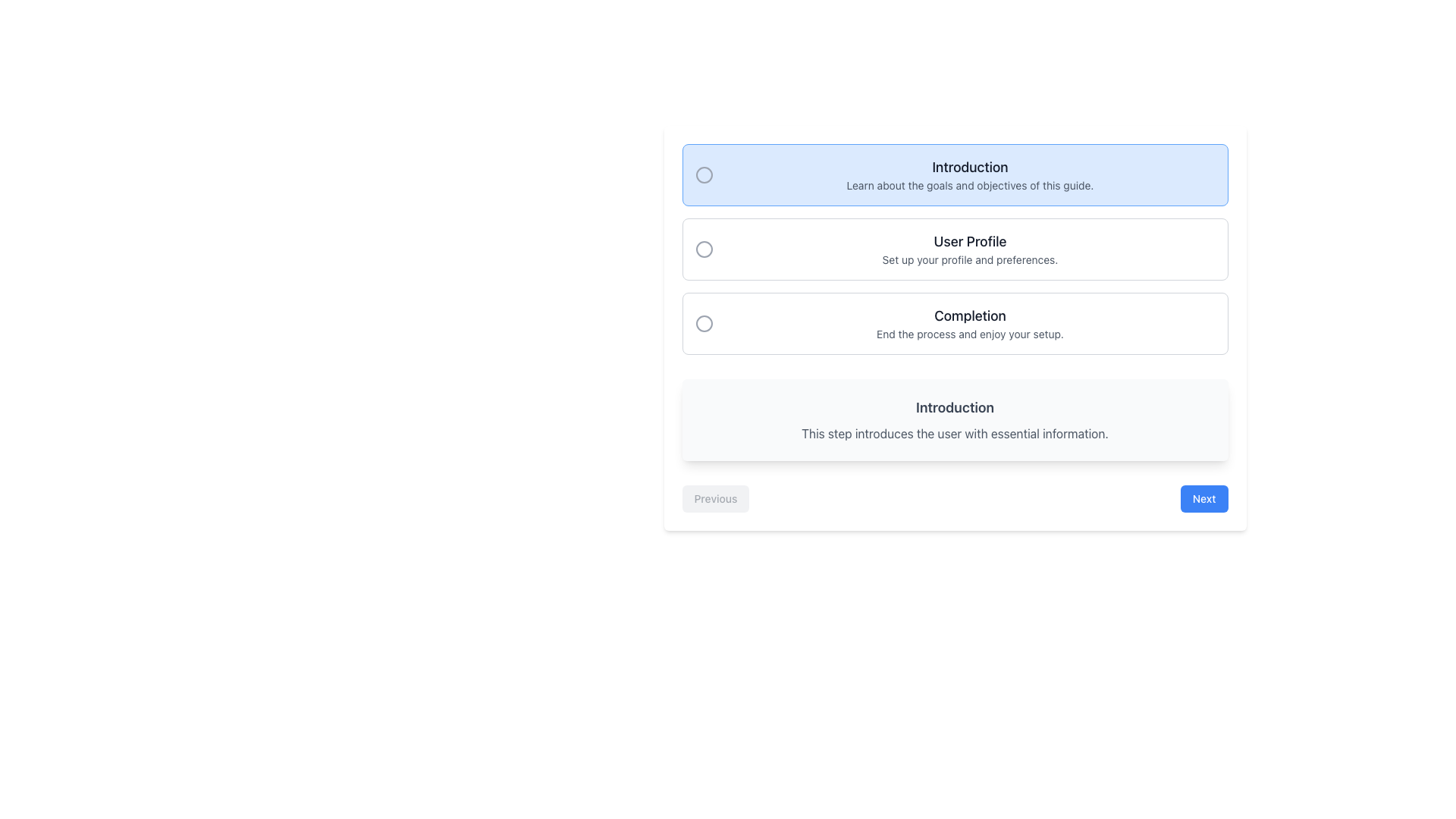 The height and width of the screenshot is (819, 1456). Describe the element at coordinates (969, 323) in the screenshot. I see `the static text label displaying 'Completion', which is the third row element in the vertically-stacked selection menu, positioned between 'User Profile' and 'Introduction'` at that location.